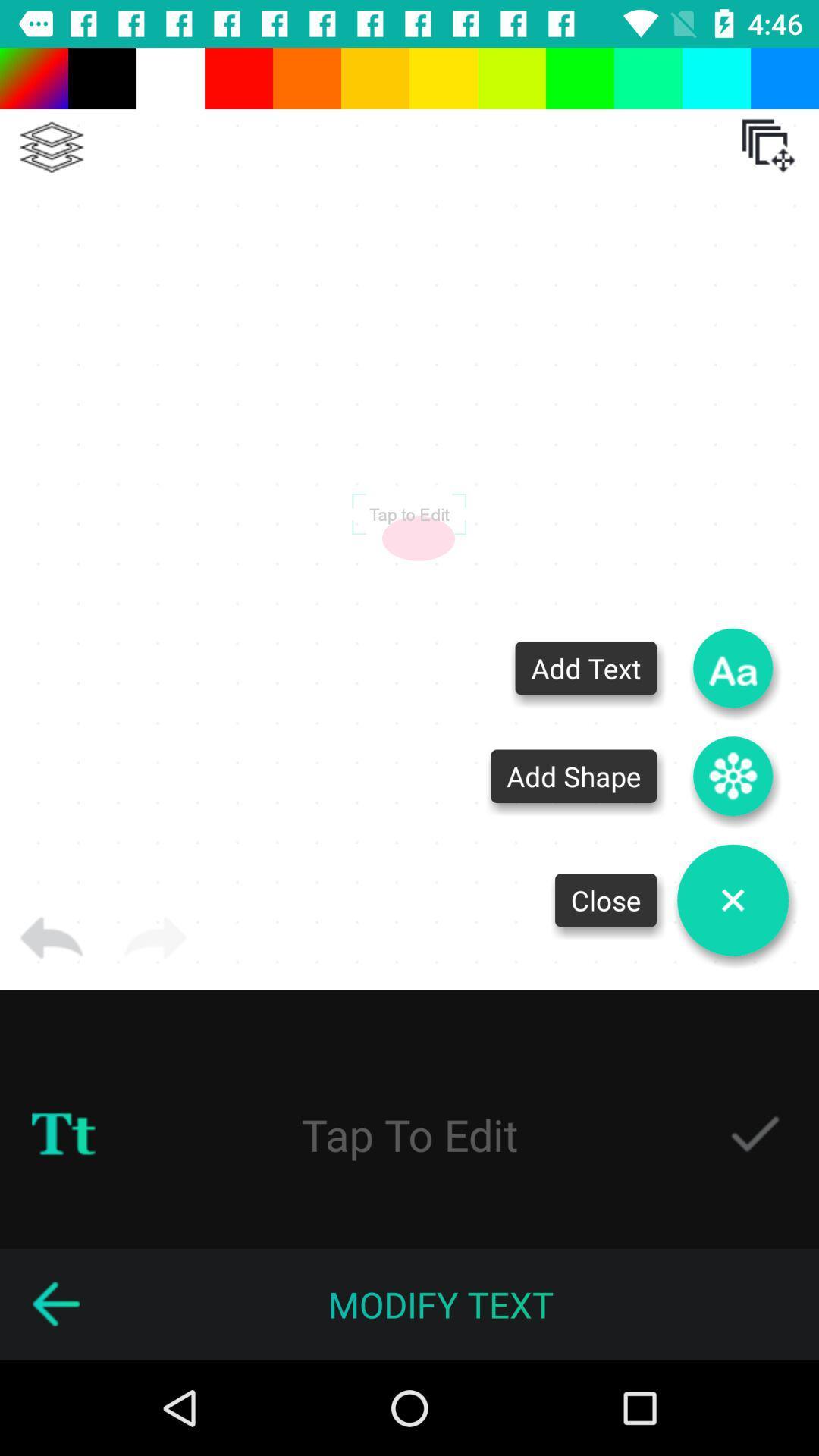 This screenshot has width=819, height=1456. Describe the element at coordinates (732, 900) in the screenshot. I see `the close icon` at that location.